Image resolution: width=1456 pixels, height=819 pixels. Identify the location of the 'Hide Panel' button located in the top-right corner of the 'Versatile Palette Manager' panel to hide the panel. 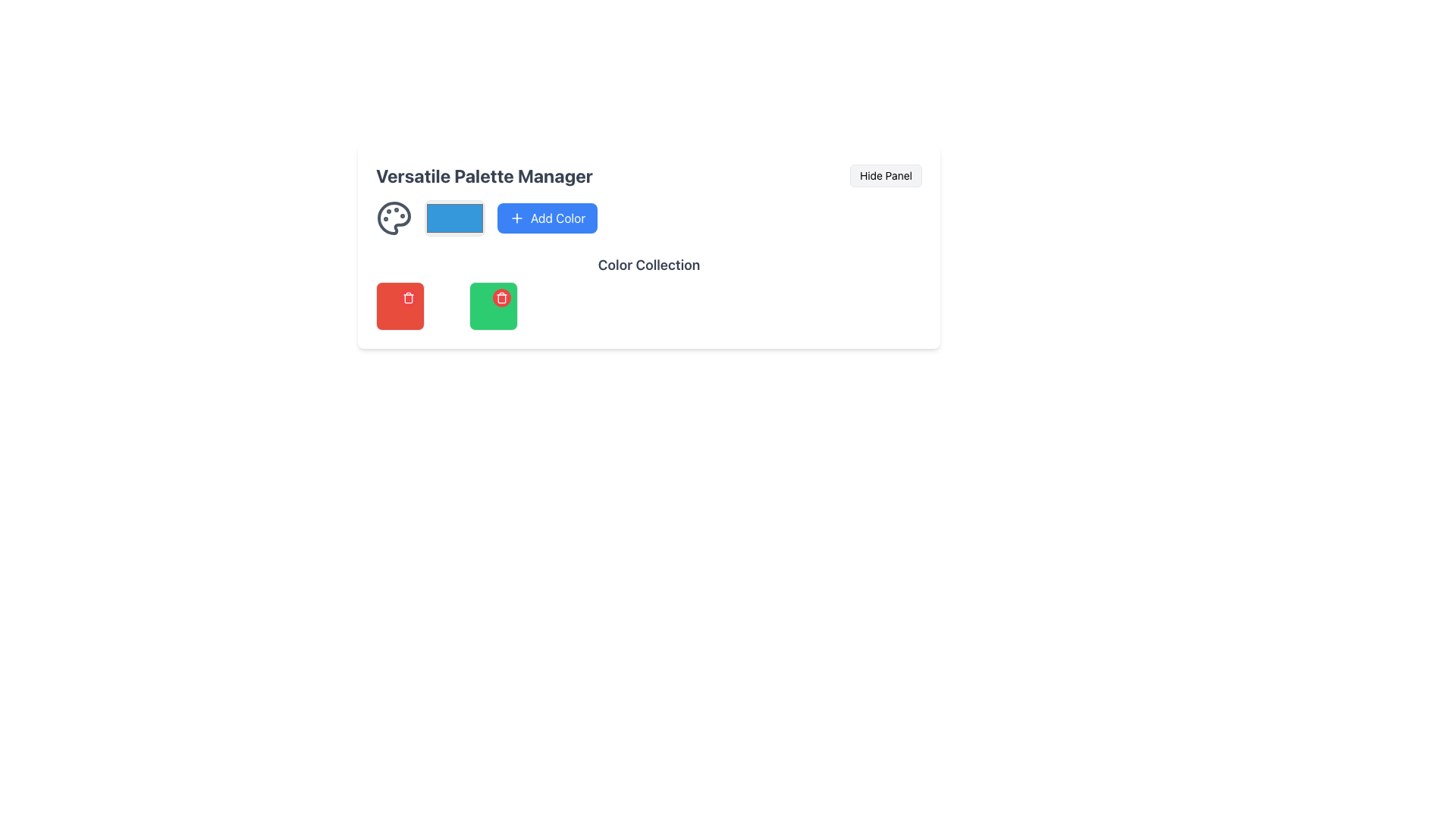
(886, 174).